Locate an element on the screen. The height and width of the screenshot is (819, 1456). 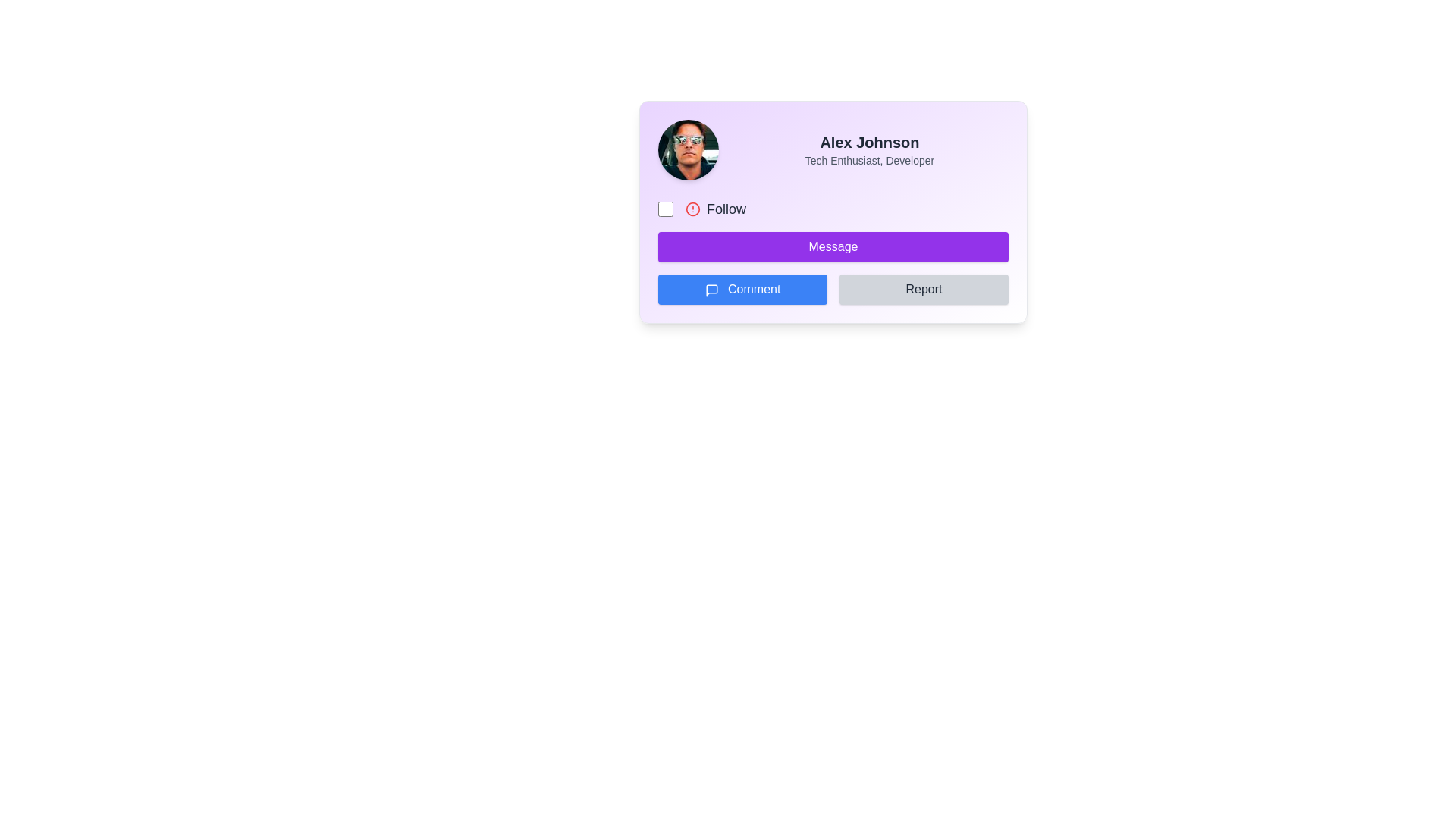
the rectangular purple button labeled 'Message' that is centrally located beneath the 'Follow' button and above the 'Comment' and 'Report' buttons to initiate messaging is located at coordinates (833, 246).